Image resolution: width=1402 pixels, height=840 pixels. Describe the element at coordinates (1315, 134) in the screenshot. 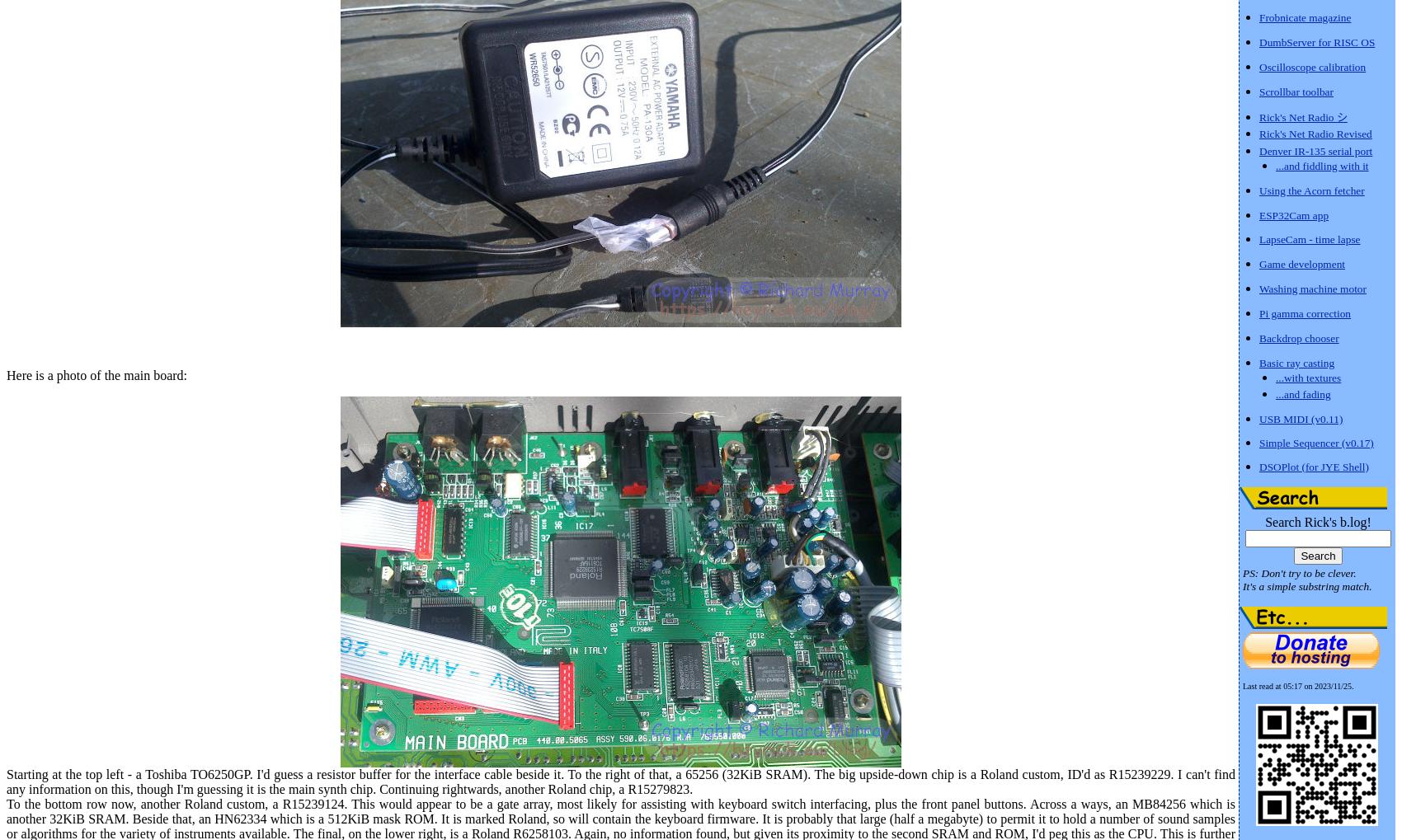

I see `'Rick's Net Radio Revised'` at that location.